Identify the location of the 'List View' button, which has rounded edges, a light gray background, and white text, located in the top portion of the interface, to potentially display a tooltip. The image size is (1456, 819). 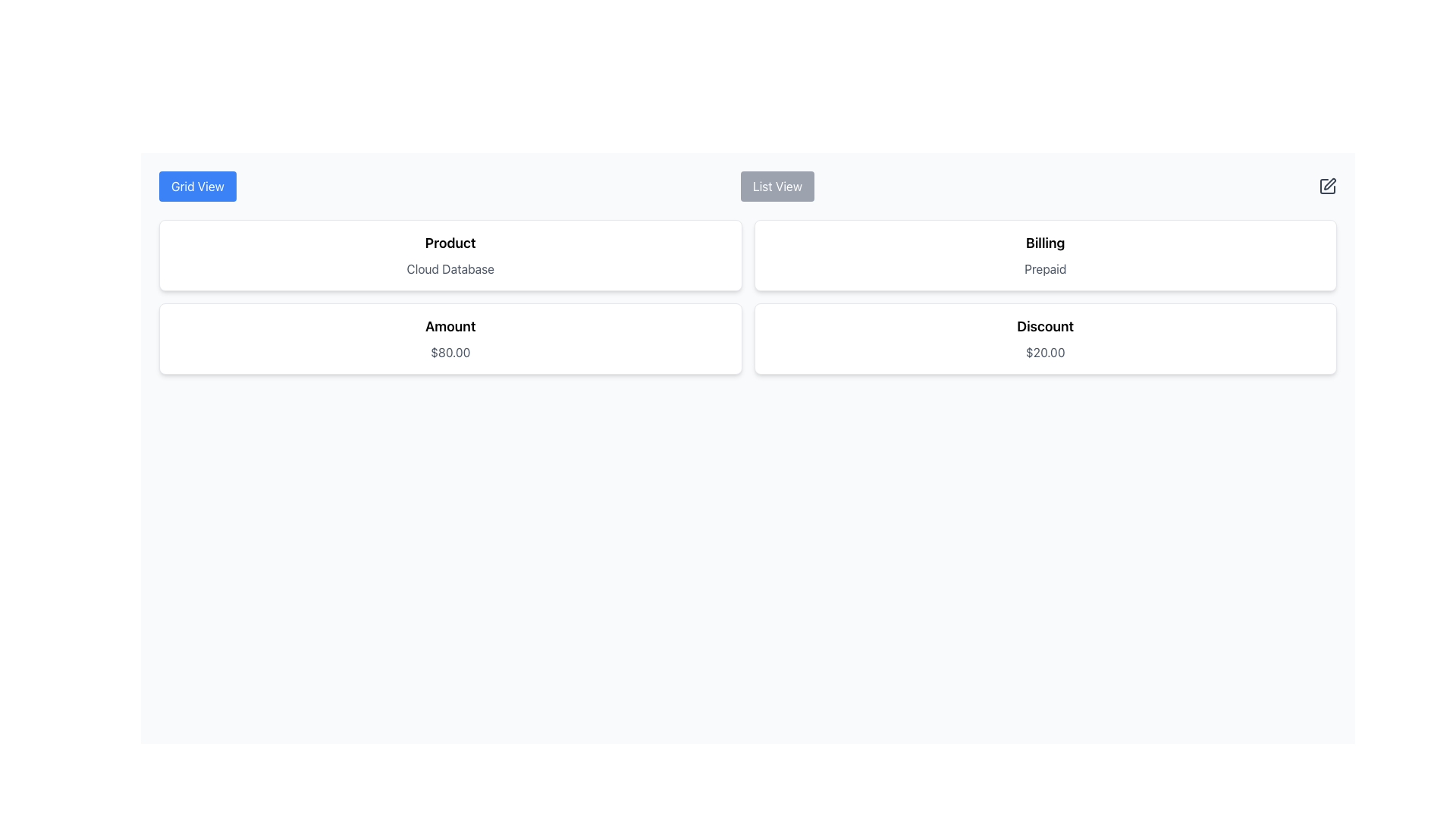
(777, 186).